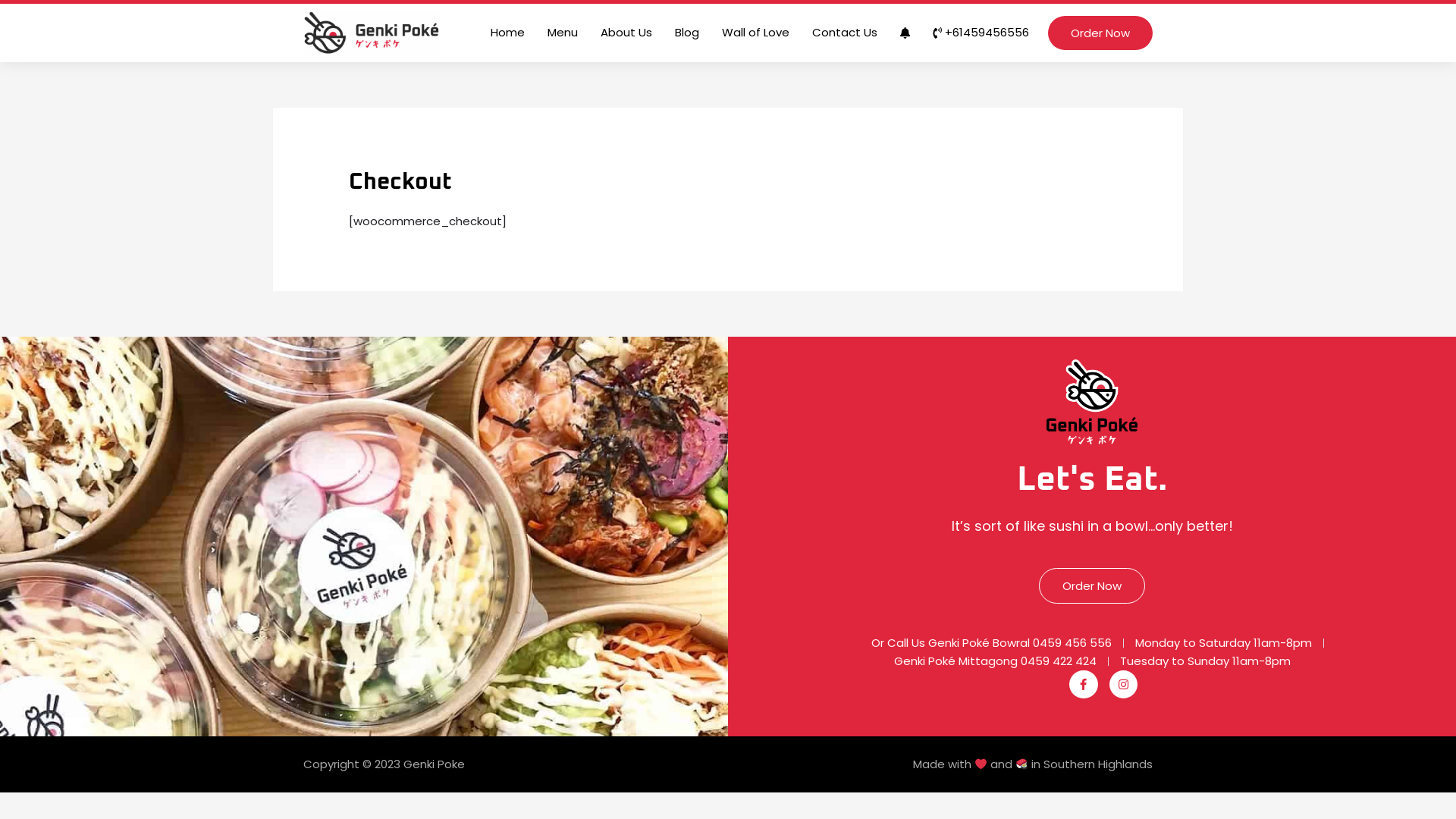  I want to click on 'Menu', so click(562, 32).